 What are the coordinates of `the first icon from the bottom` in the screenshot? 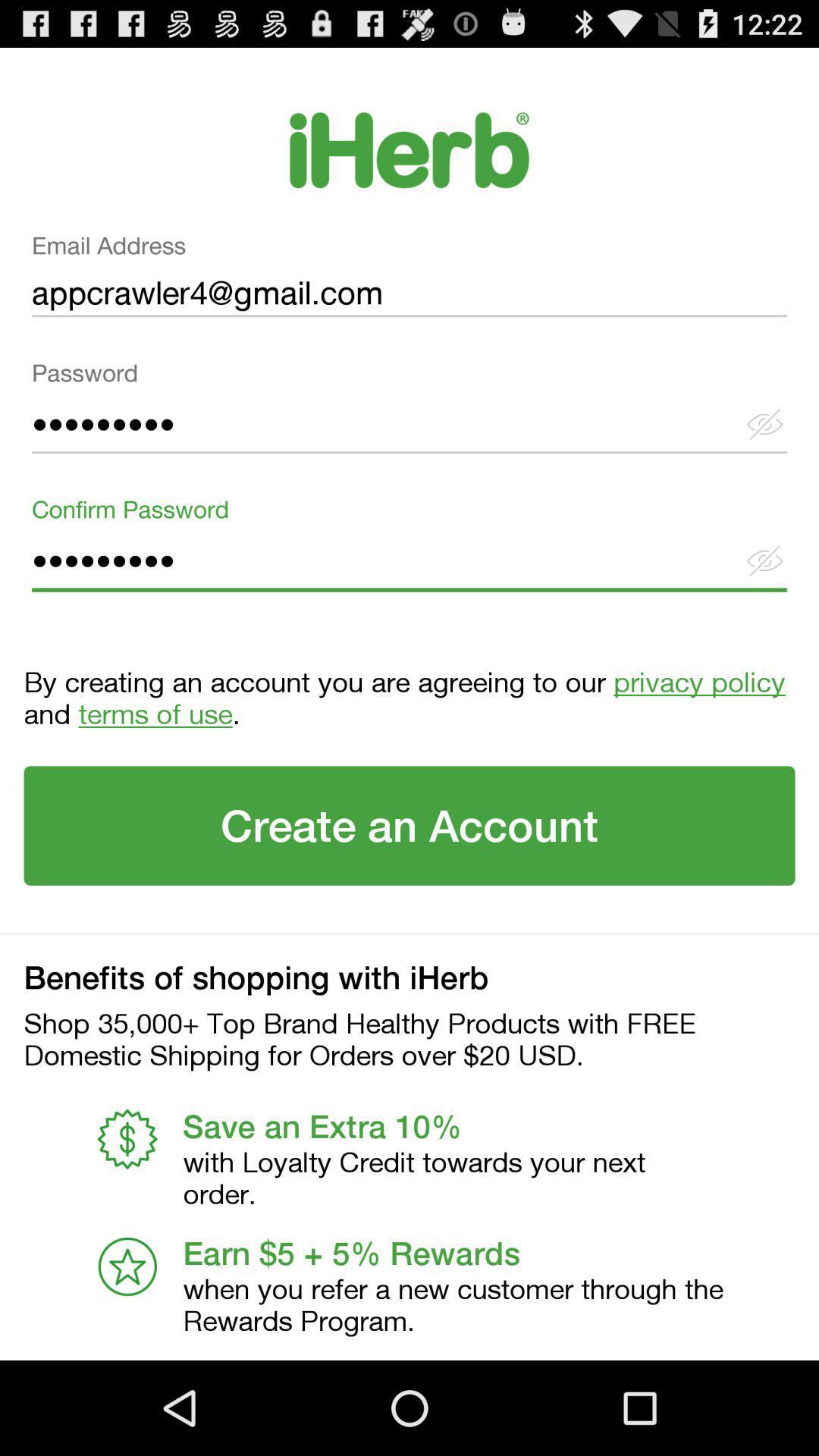 It's located at (127, 1266).